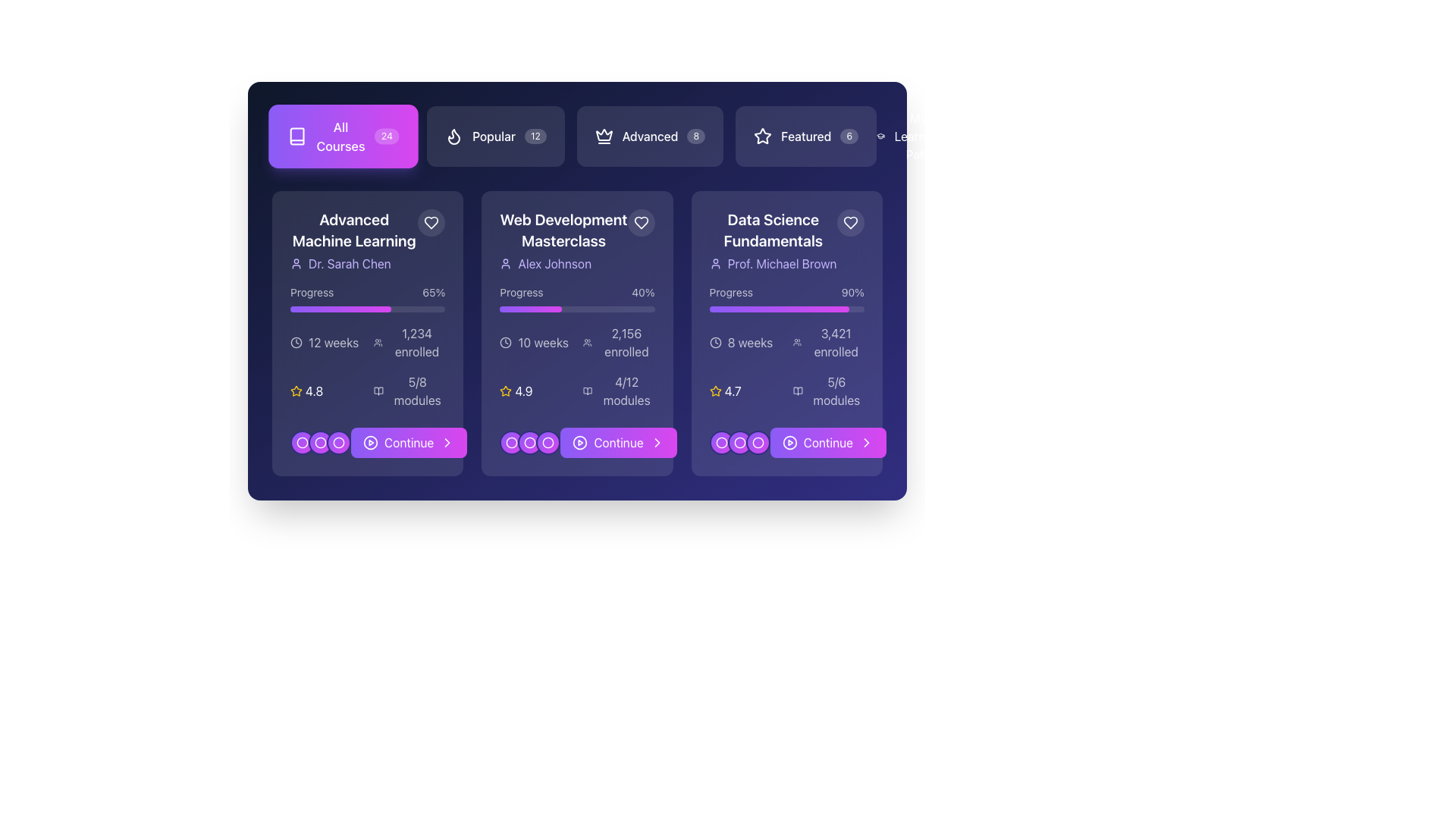  I want to click on the minimalist white book icon located in the 'All Courses' section, positioned to the left of the 'All Courses' text, so click(297, 136).